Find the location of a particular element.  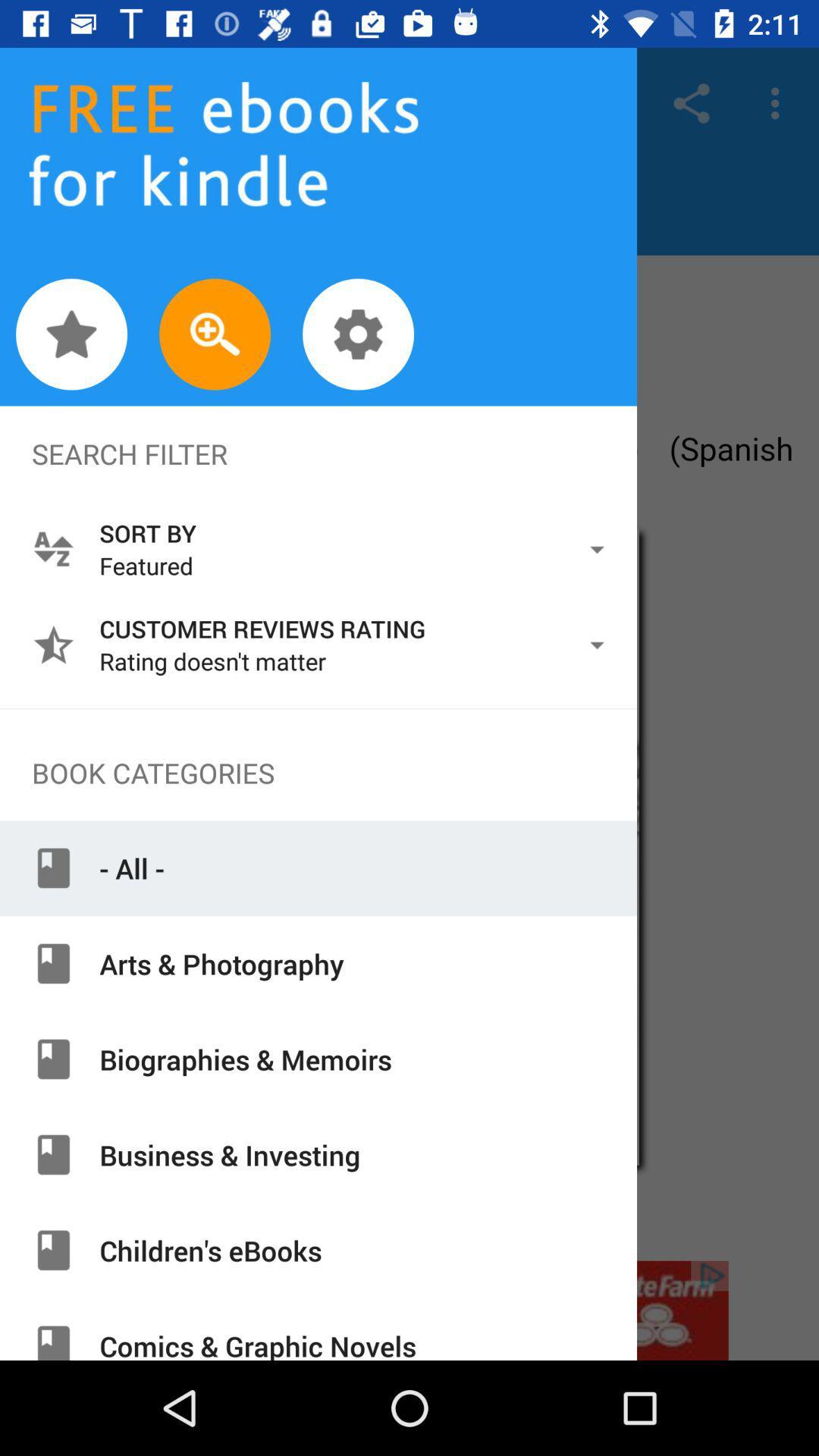

main navigation menu is located at coordinates (409, 758).